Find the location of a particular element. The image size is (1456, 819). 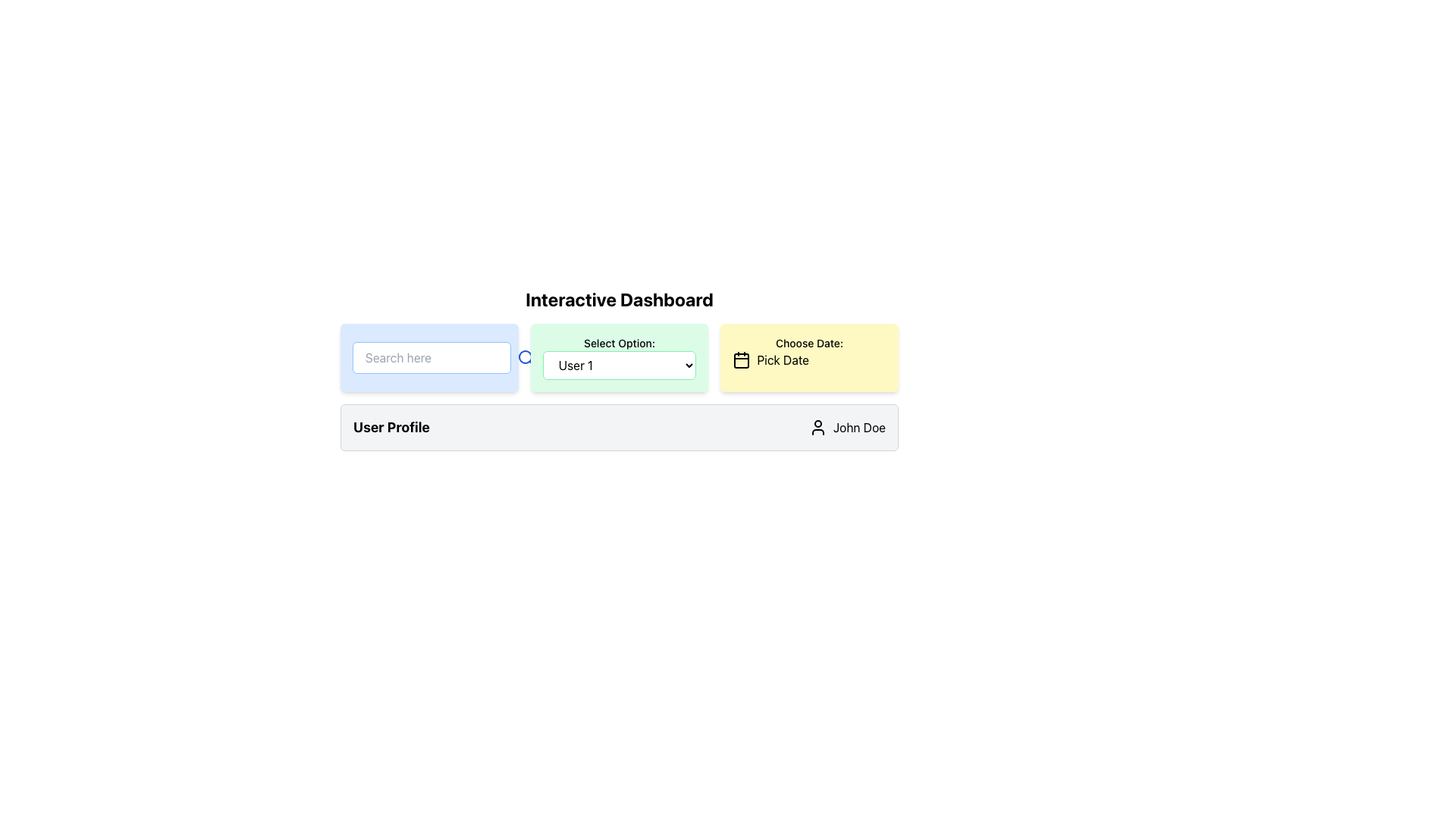

the dropdown menu element located between the blue search box and the yellow date selection box for keyboard navigation is located at coordinates (619, 386).